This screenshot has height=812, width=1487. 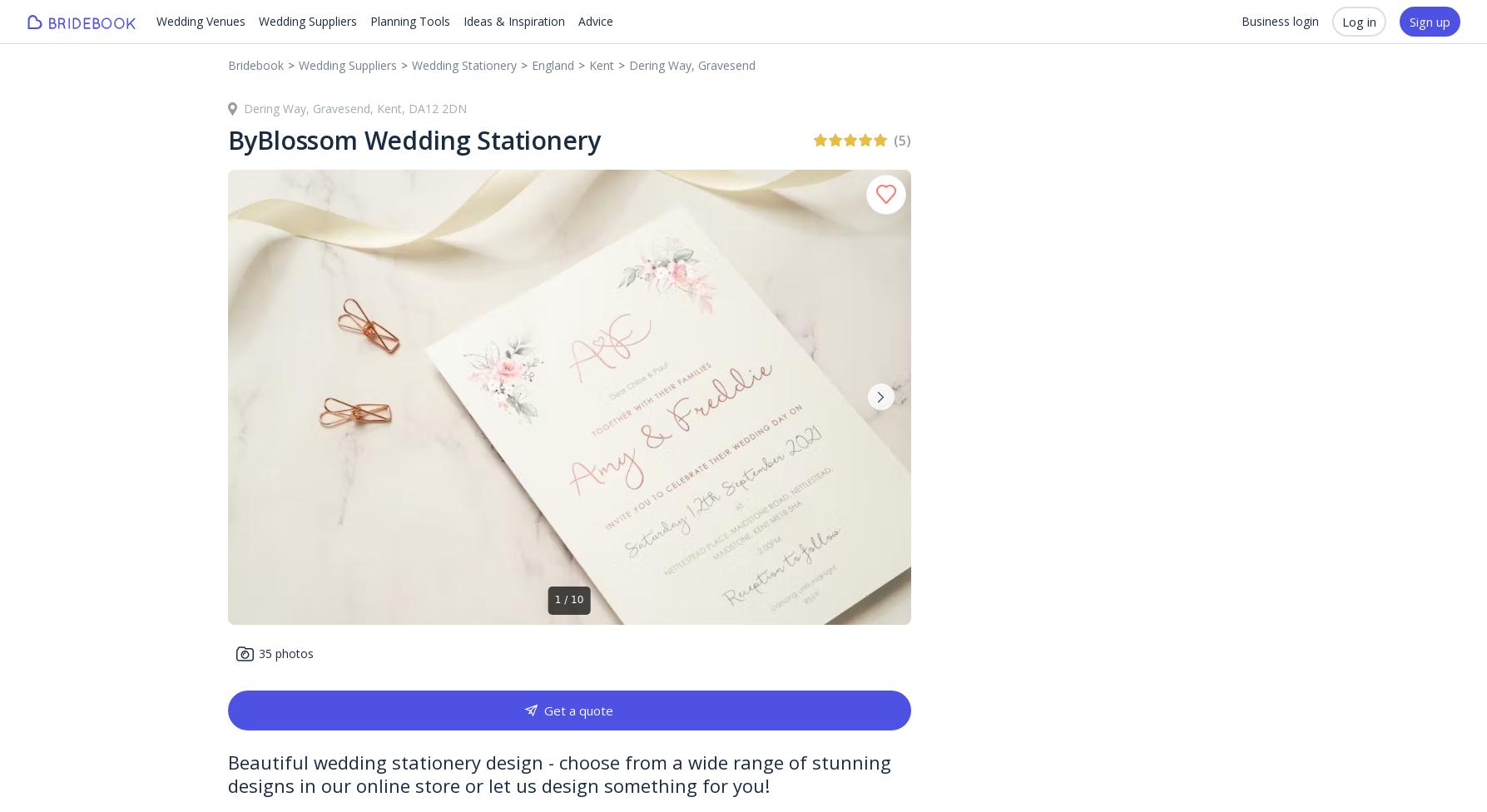 What do you see at coordinates (907, 138) in the screenshot?
I see `')'` at bounding box center [907, 138].